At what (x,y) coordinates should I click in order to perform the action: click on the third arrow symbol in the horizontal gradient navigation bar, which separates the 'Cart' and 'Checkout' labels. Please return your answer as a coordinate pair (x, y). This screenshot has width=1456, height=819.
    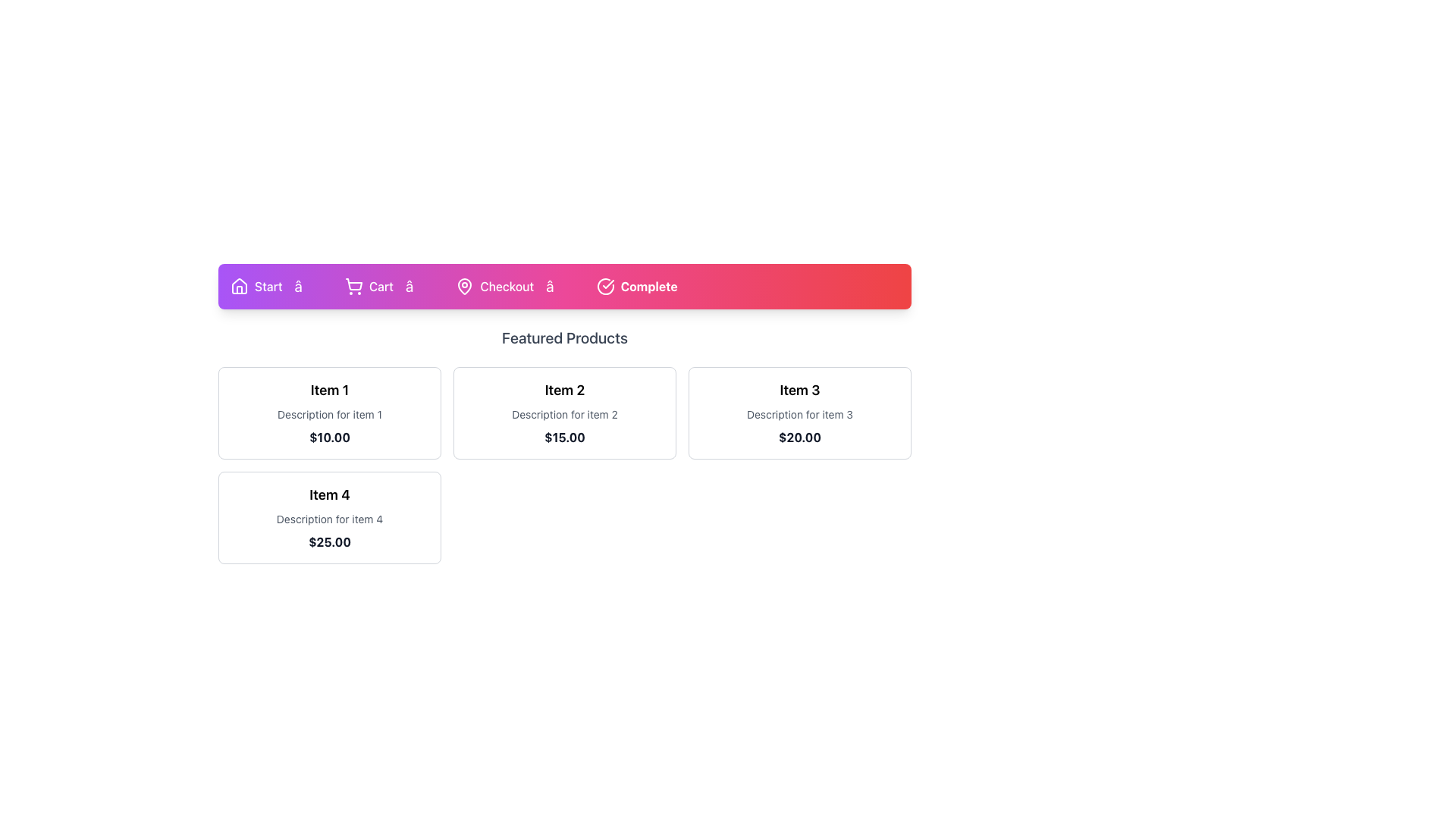
    Looking at the image, I should click on (425, 287).